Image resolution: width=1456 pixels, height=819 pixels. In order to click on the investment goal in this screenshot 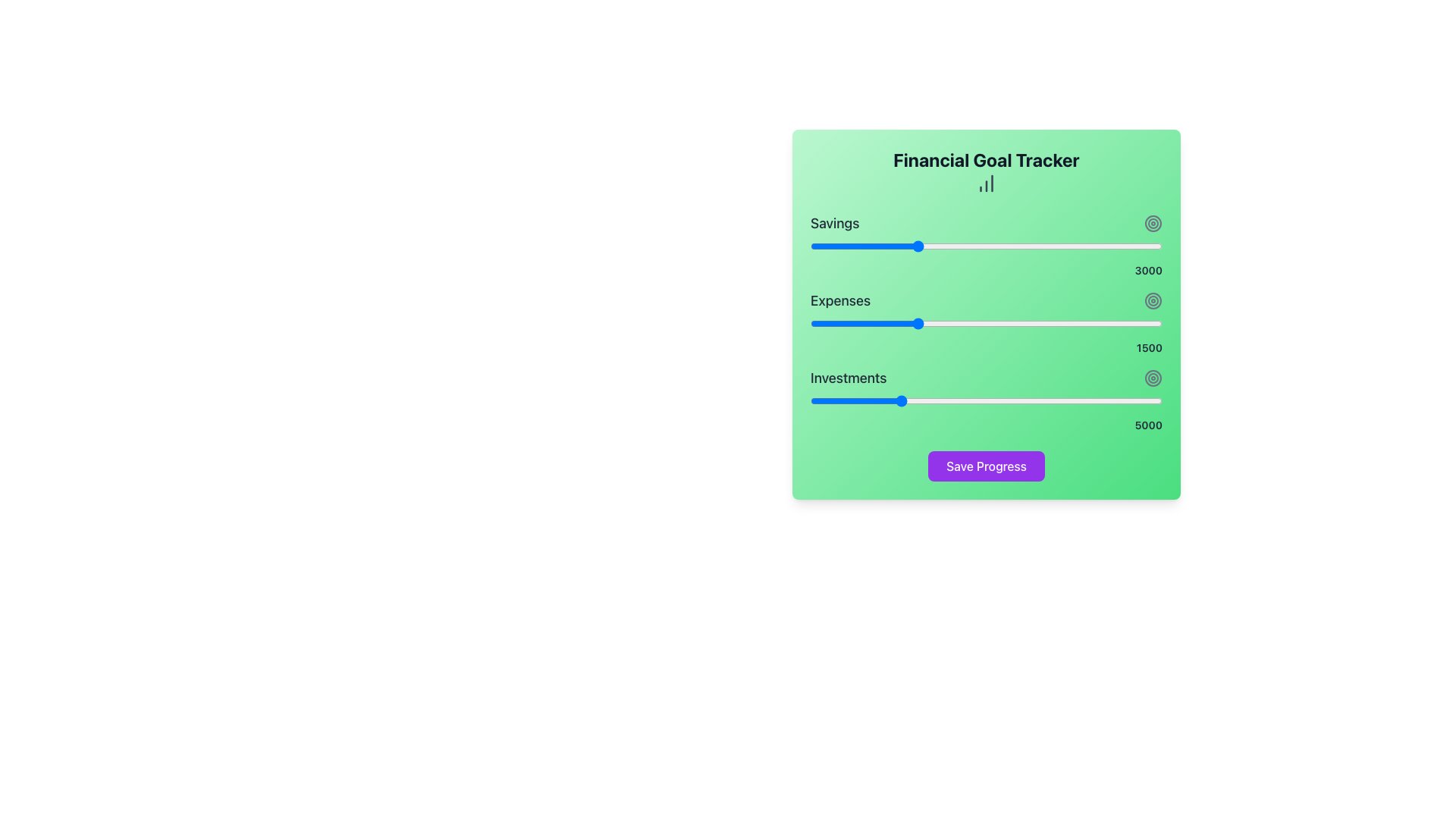, I will do `click(930, 400)`.